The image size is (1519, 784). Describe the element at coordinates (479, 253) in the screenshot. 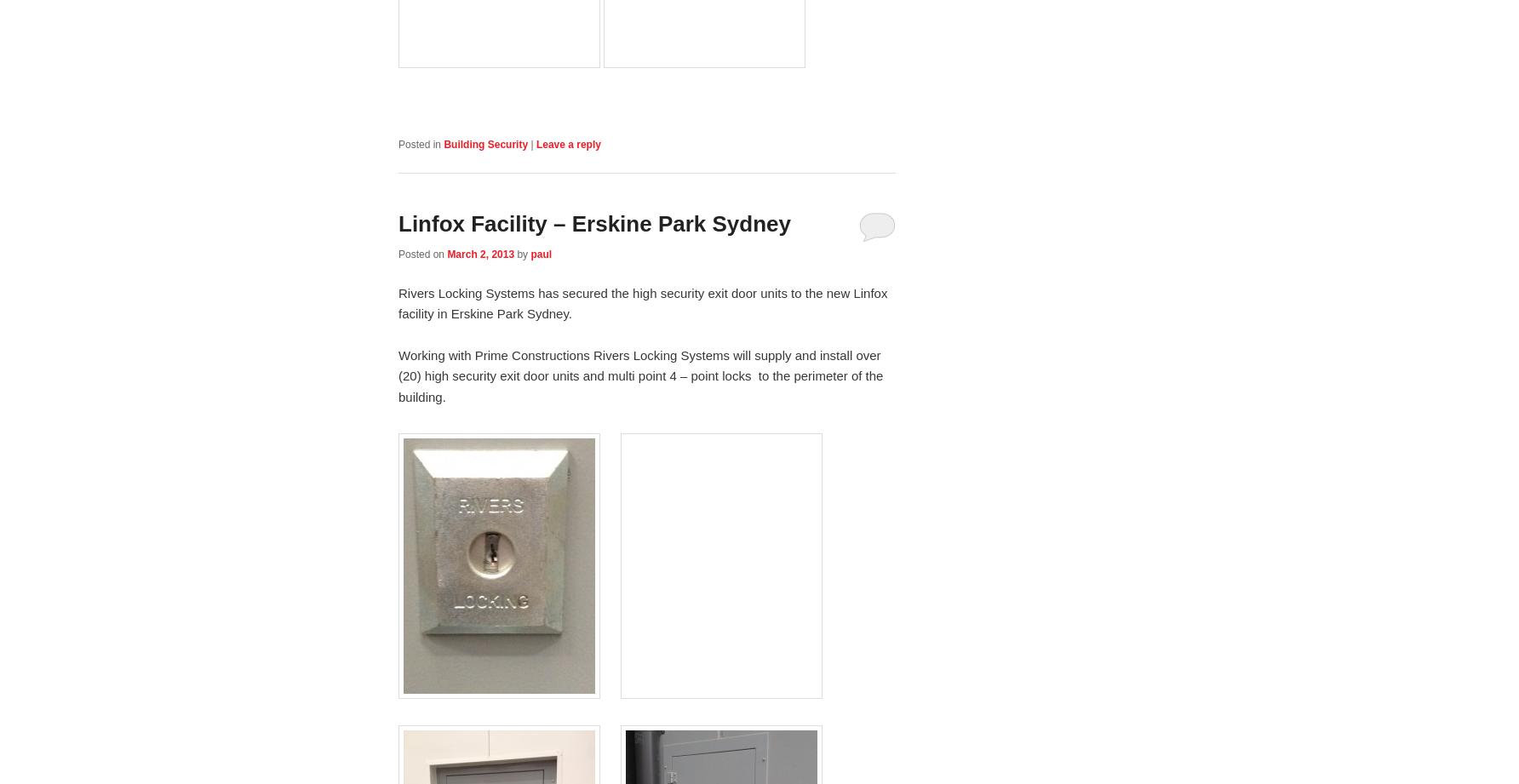

I see `'March 2, 2013'` at that location.